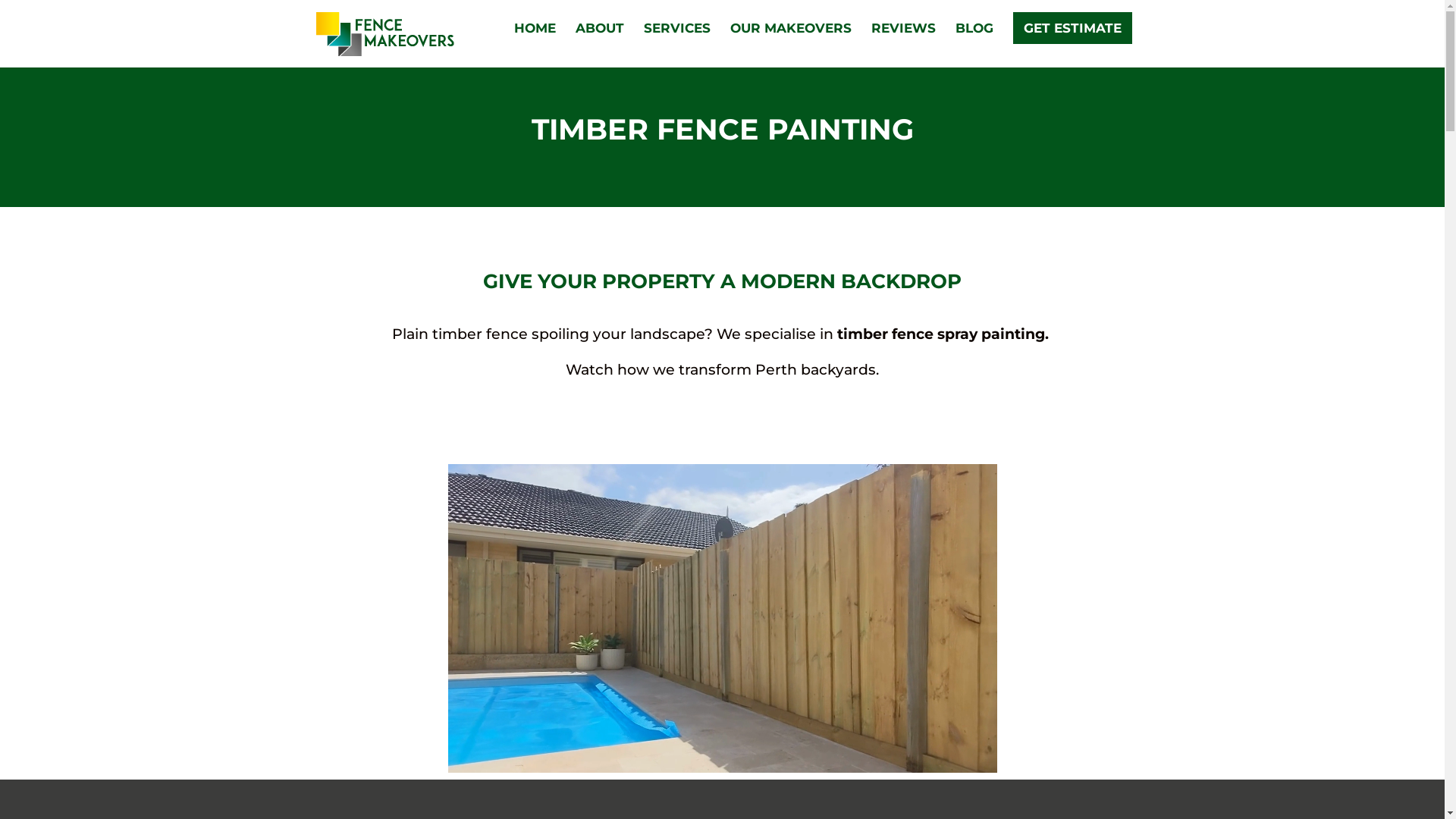 The image size is (1456, 819). I want to click on 'HOME', so click(535, 44).